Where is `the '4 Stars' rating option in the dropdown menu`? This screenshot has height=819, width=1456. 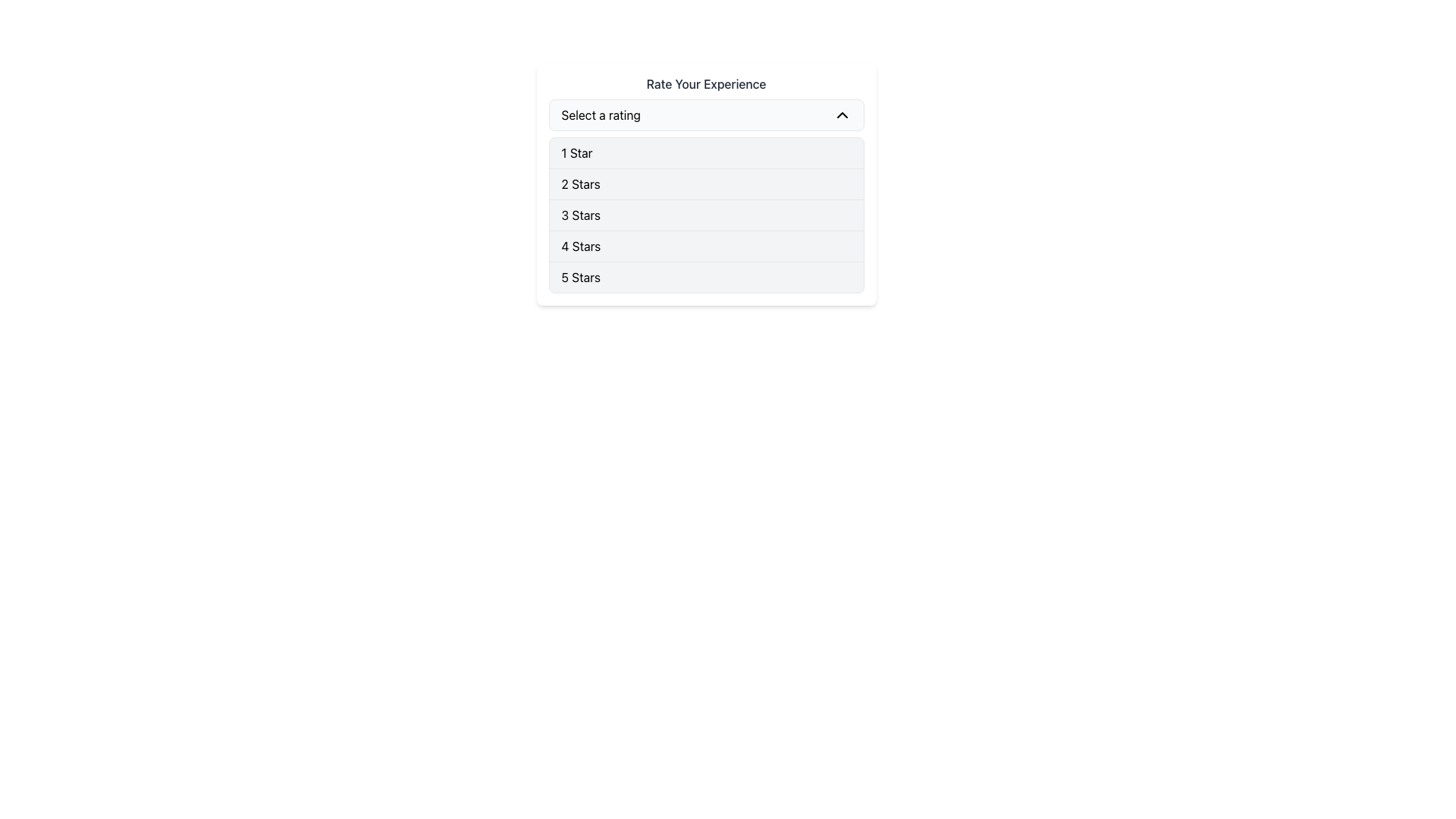 the '4 Stars' rating option in the dropdown menu is located at coordinates (705, 245).